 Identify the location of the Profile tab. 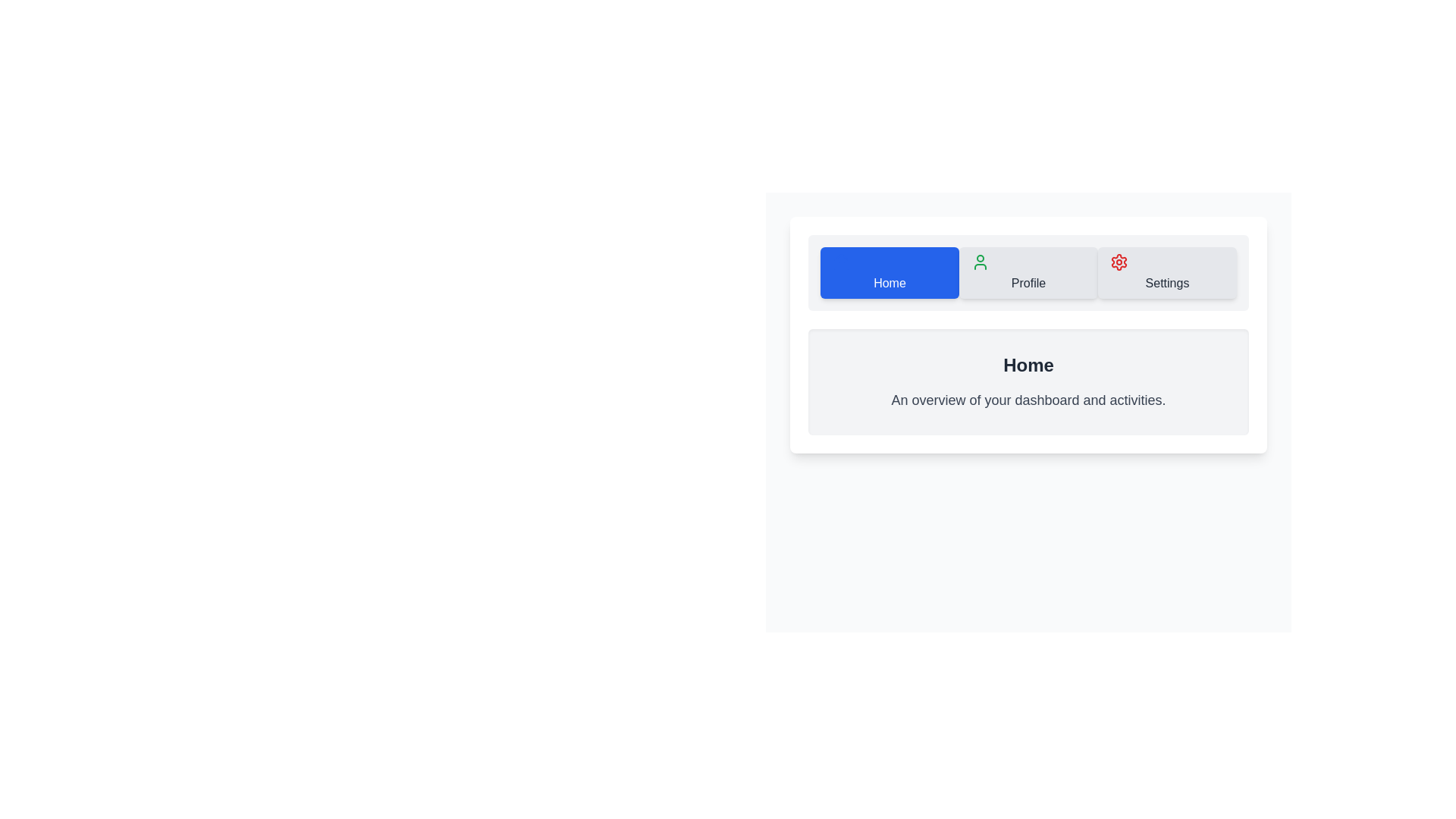
(1028, 271).